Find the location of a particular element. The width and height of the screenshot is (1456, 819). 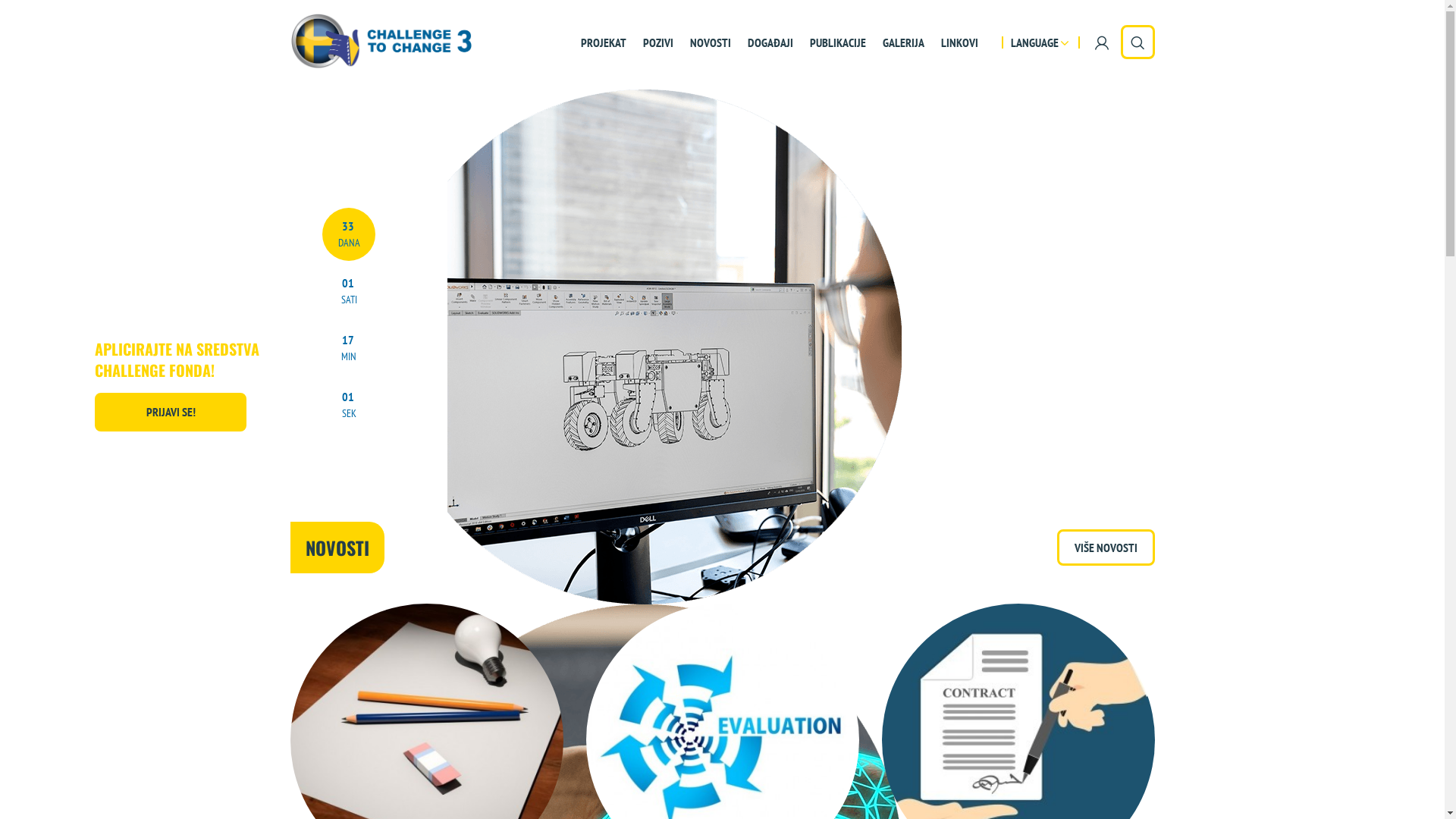

'PROJEKAT' is located at coordinates (570, 40).